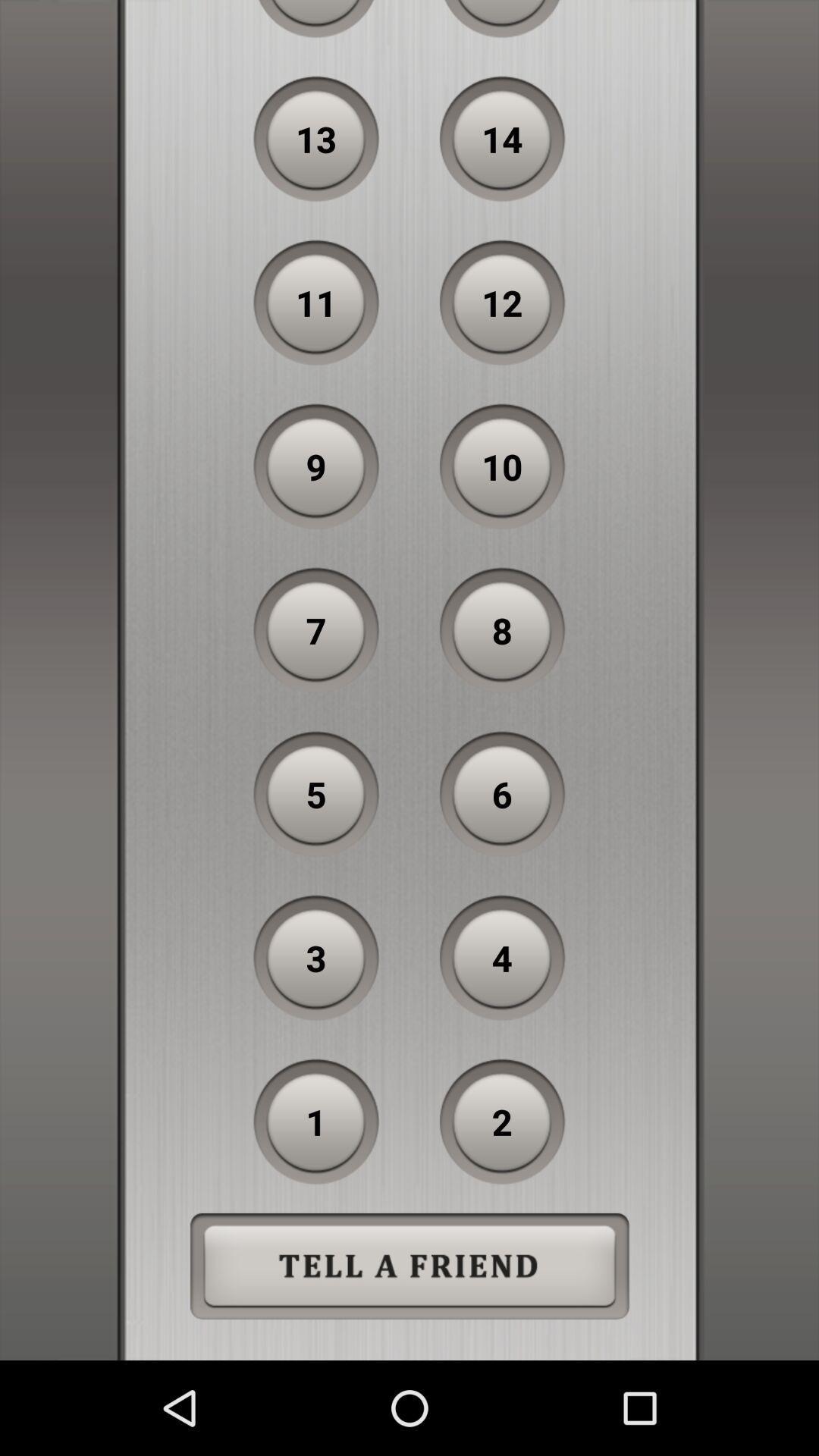 This screenshot has width=819, height=1456. Describe the element at coordinates (502, 793) in the screenshot. I see `button to the right of the 5` at that location.